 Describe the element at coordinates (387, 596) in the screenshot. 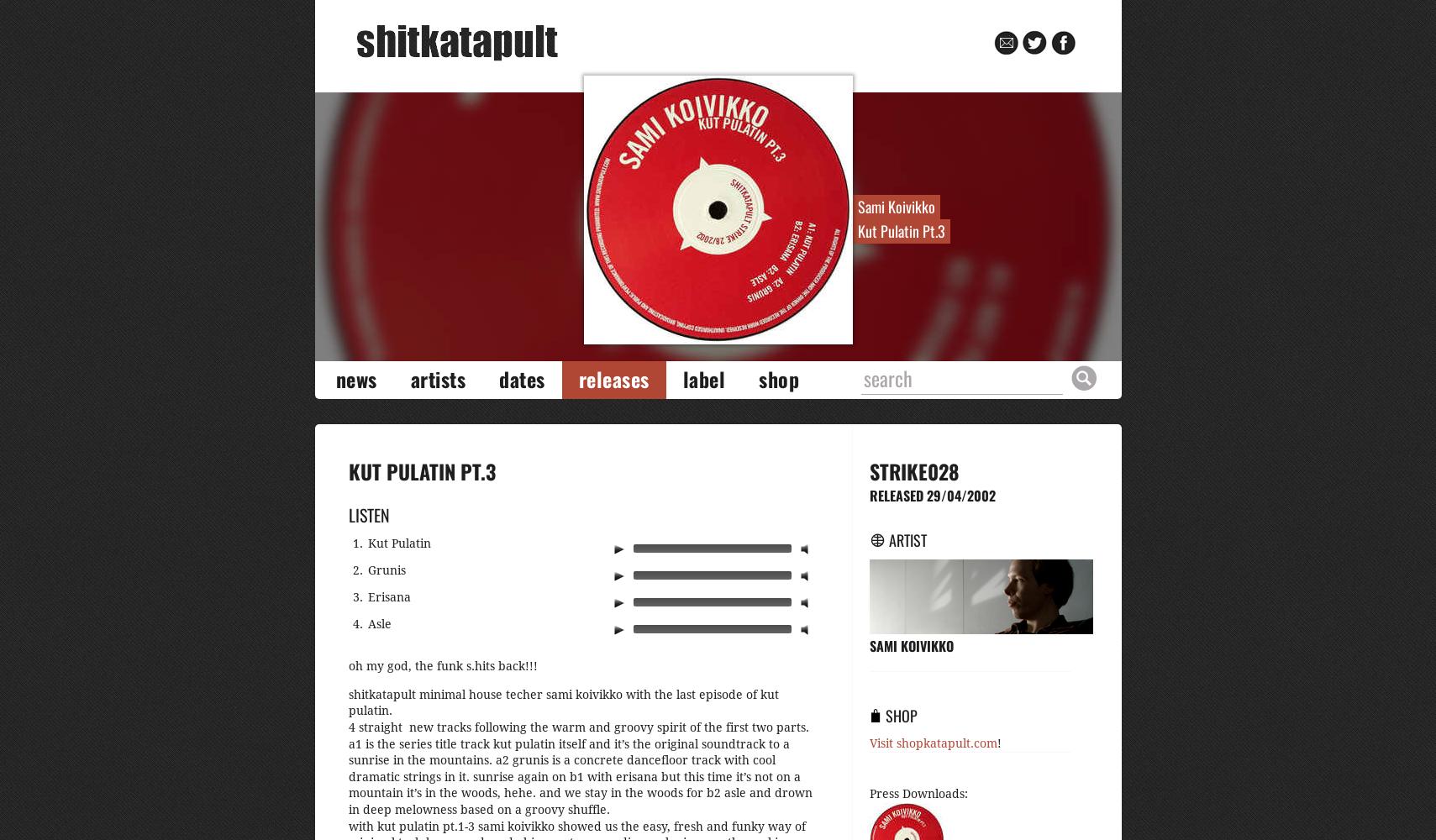

I see `'Erisana'` at that location.